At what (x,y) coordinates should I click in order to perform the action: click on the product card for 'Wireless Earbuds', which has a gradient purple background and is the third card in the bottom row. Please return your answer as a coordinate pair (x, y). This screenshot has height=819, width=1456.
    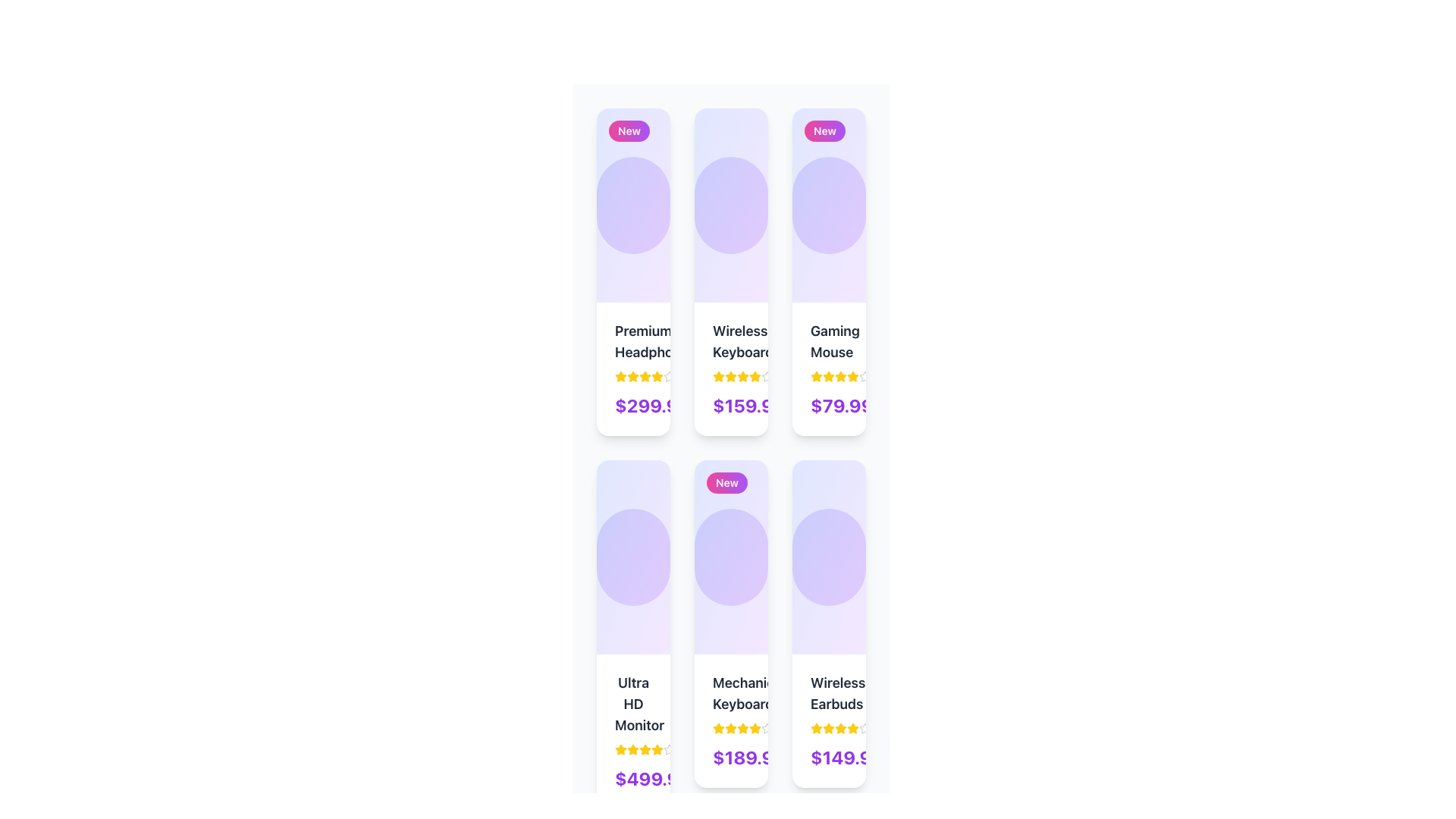
    Looking at the image, I should click on (828, 623).